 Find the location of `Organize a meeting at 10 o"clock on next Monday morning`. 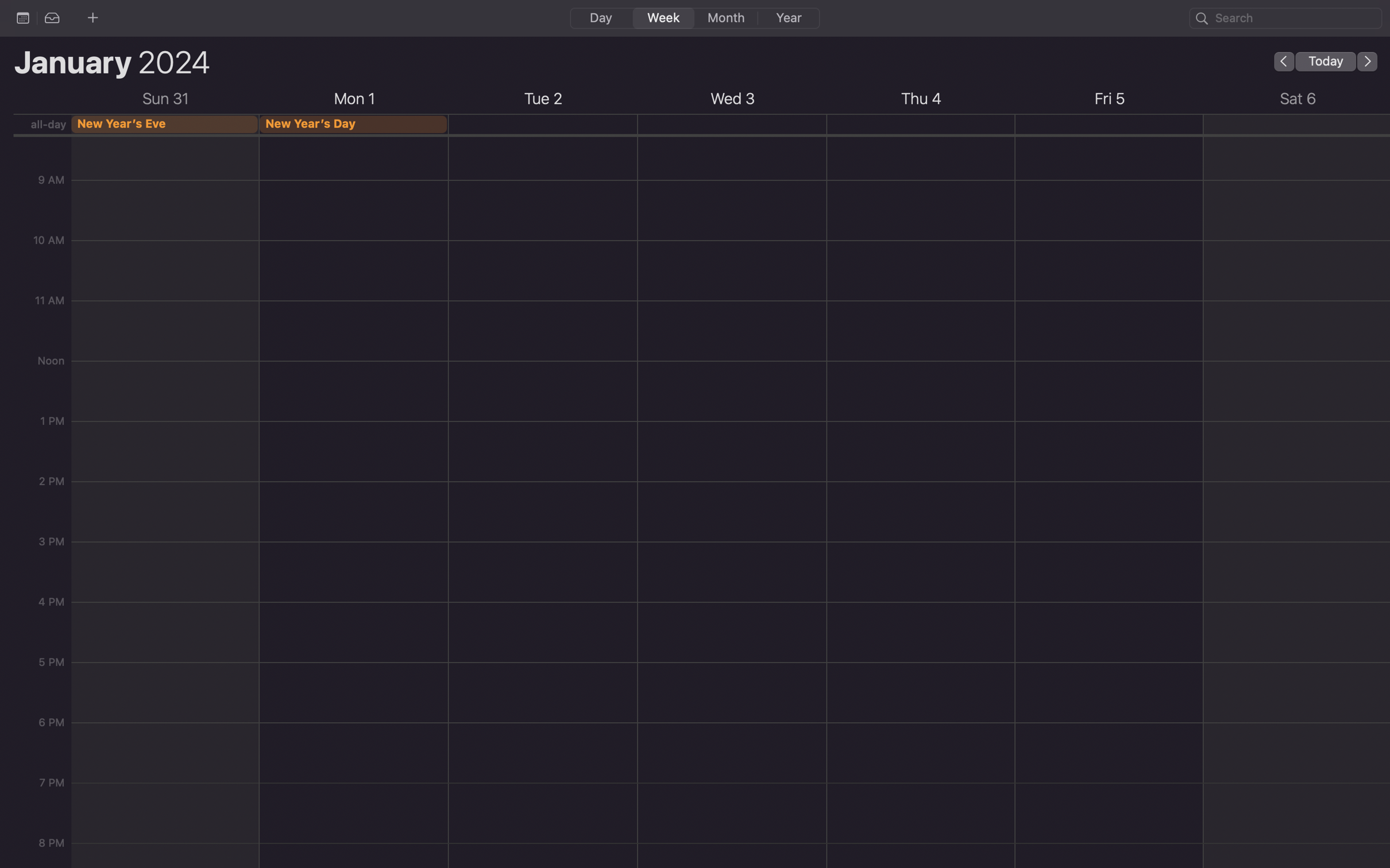

Organize a meeting at 10 o"clock on next Monday morning is located at coordinates (354, 190).